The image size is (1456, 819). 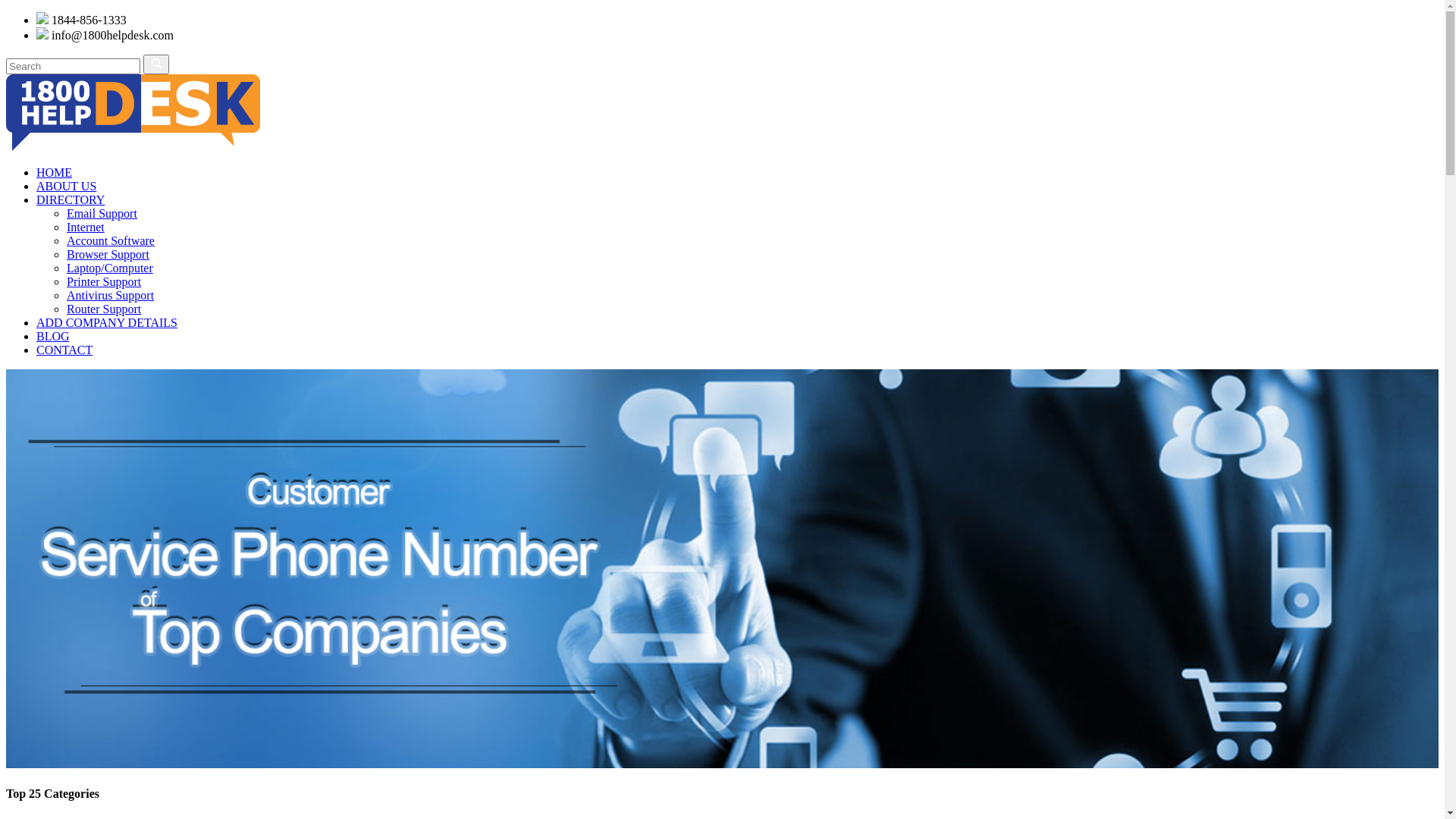 What do you see at coordinates (101, 213) in the screenshot?
I see `'Email Support'` at bounding box center [101, 213].